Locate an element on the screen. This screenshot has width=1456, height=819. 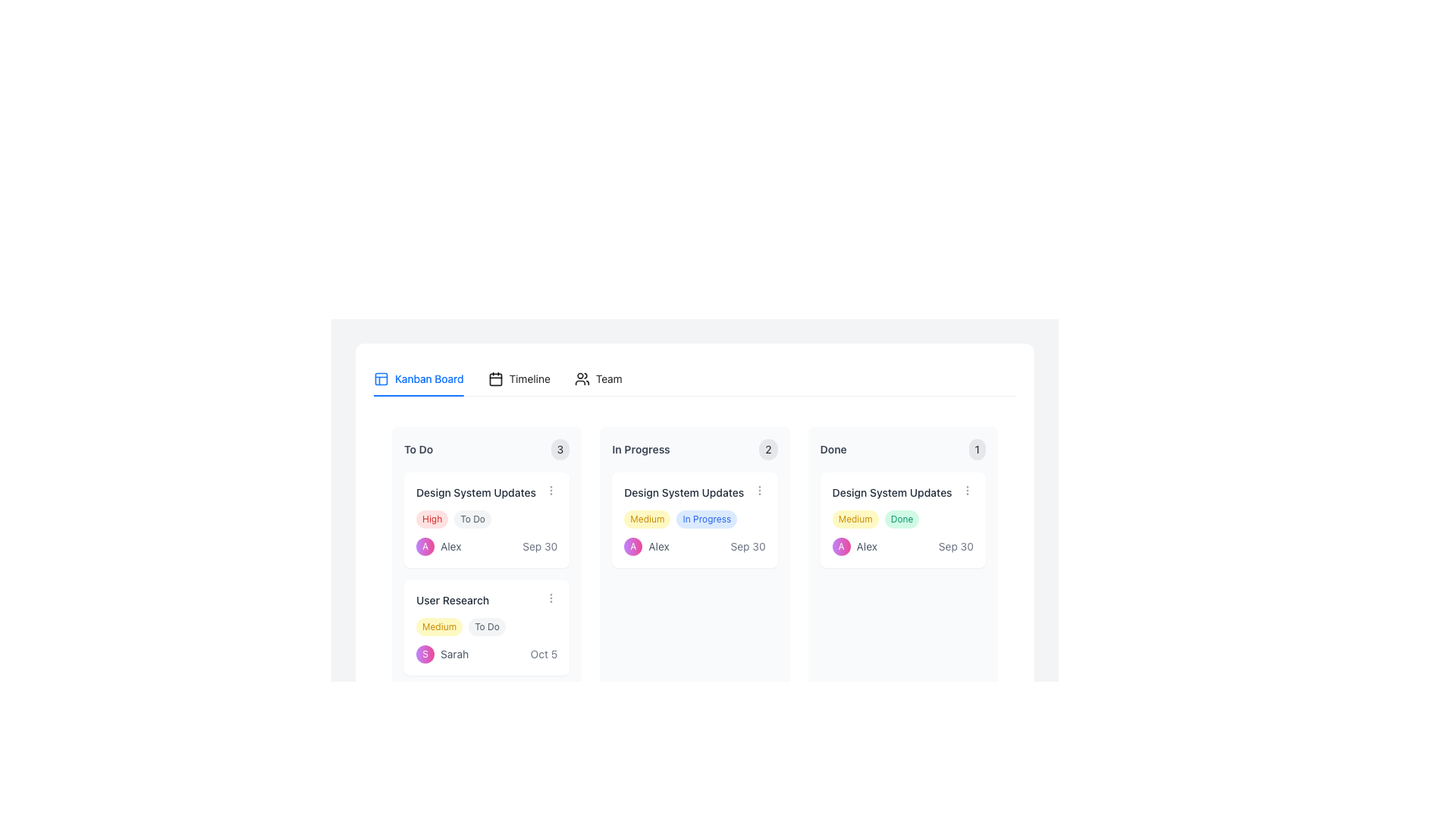
the badge or label indicating the number of tasks in the 'Done' category, positioned at the top right corner beside the 'Done' text is located at coordinates (977, 449).